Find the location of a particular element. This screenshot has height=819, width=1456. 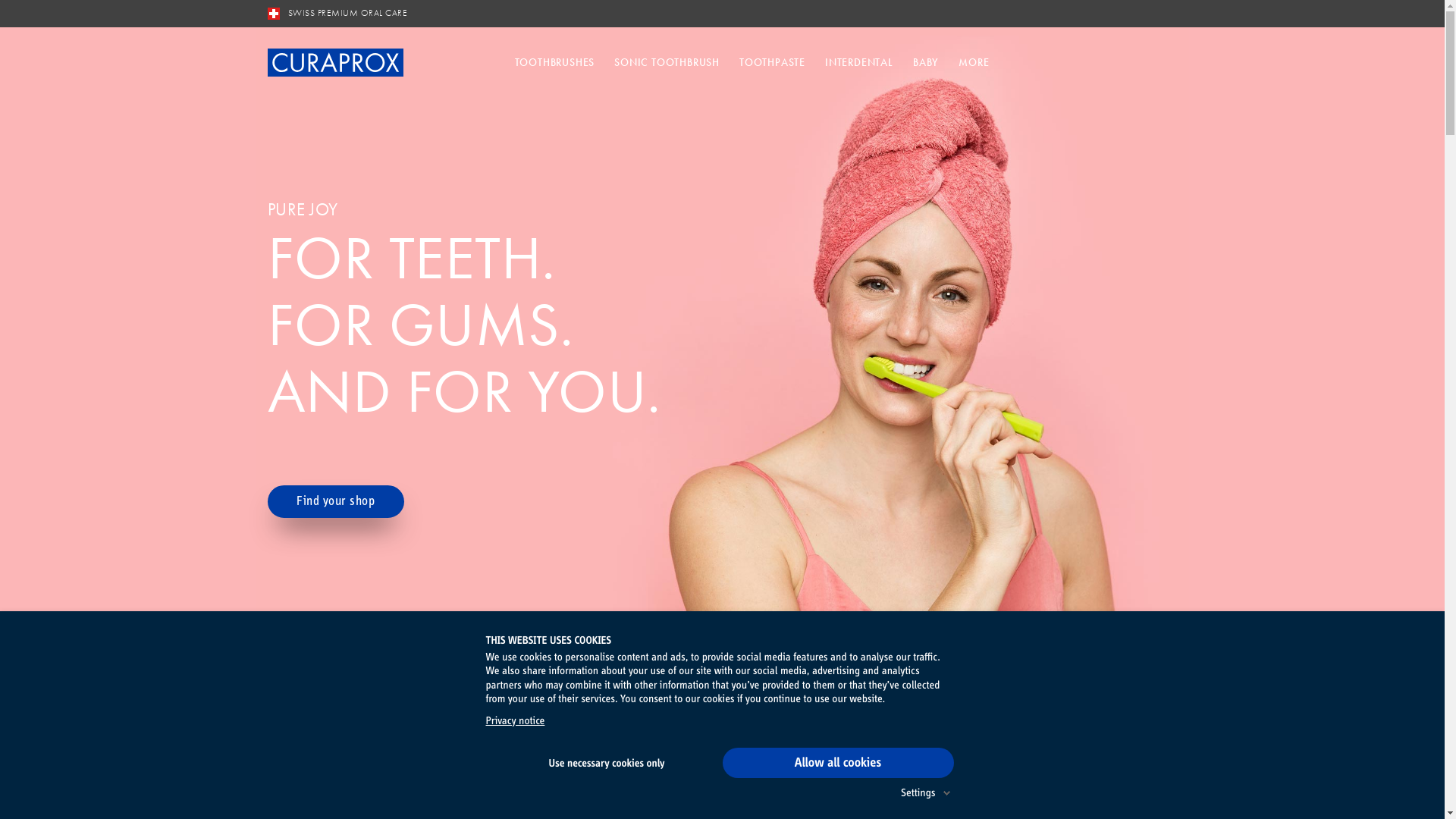

'Privacy notice' is located at coordinates (514, 720).